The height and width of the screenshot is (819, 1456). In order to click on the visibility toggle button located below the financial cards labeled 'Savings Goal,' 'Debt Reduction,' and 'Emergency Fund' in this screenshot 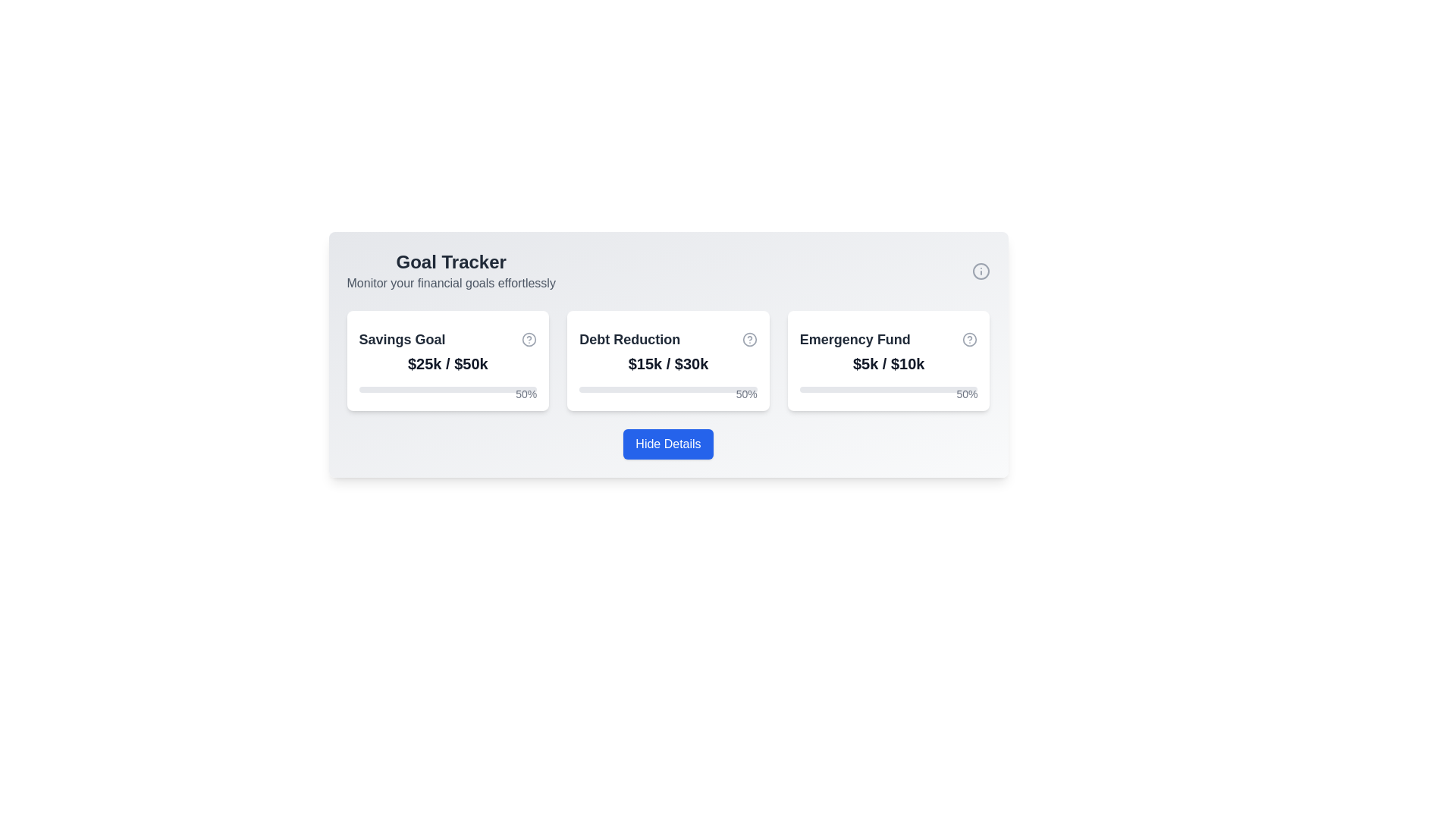, I will do `click(667, 444)`.